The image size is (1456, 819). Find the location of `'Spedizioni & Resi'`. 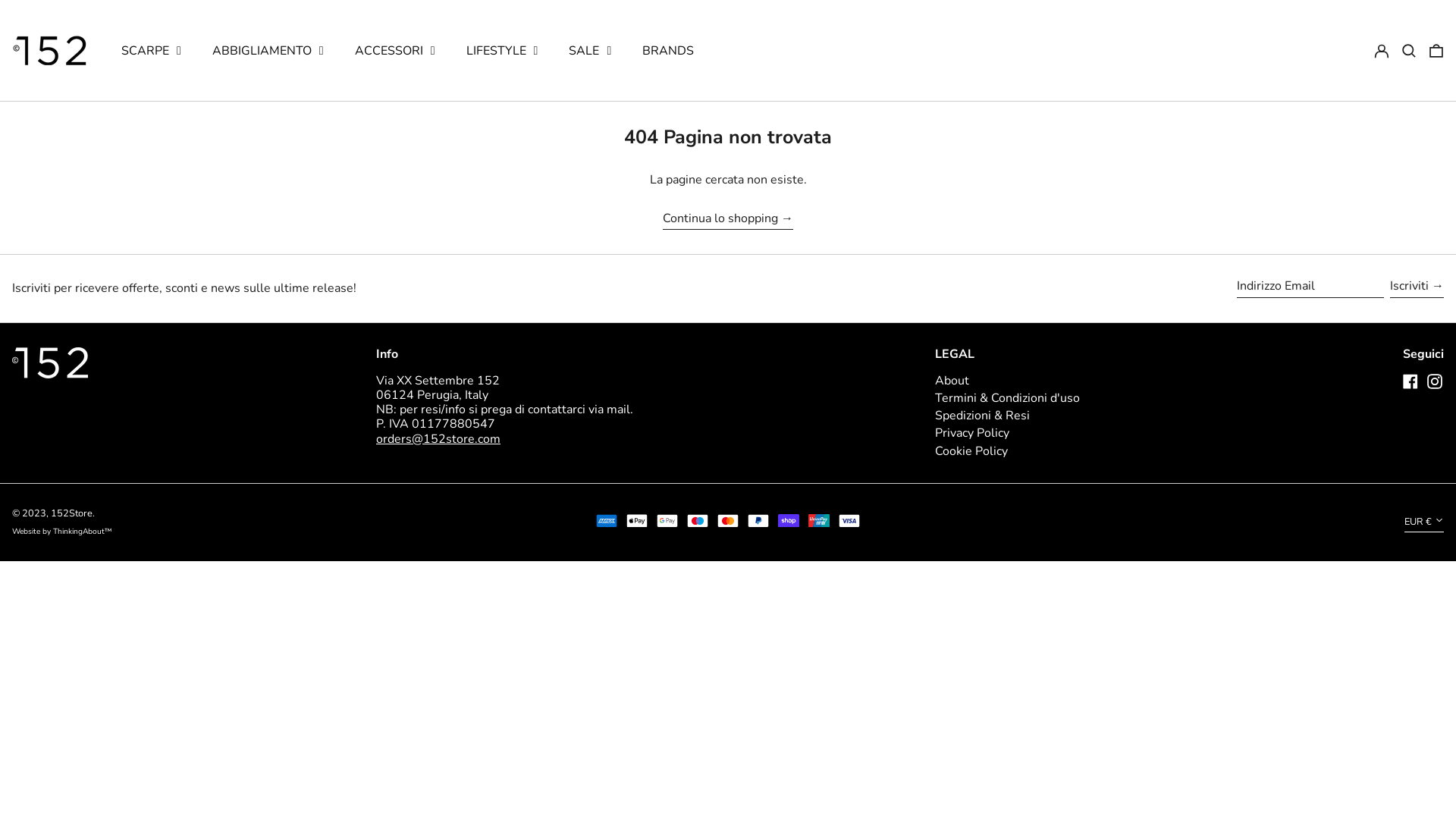

'Spedizioni & Resi' is located at coordinates (982, 415).